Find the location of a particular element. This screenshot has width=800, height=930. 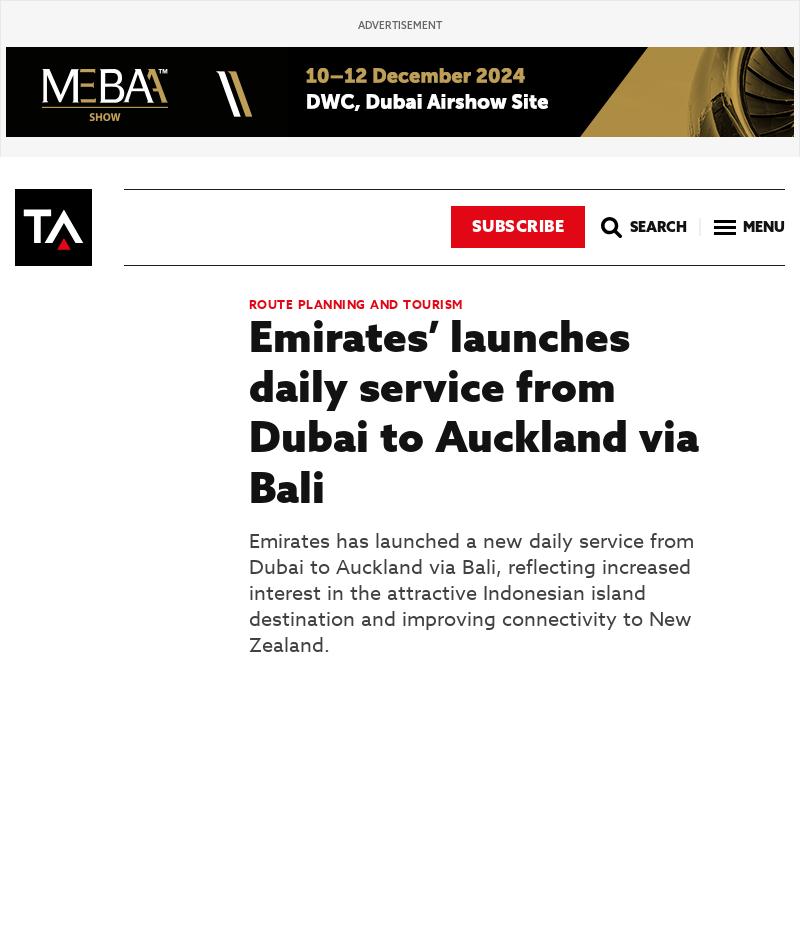

'2' is located at coordinates (32, 320).